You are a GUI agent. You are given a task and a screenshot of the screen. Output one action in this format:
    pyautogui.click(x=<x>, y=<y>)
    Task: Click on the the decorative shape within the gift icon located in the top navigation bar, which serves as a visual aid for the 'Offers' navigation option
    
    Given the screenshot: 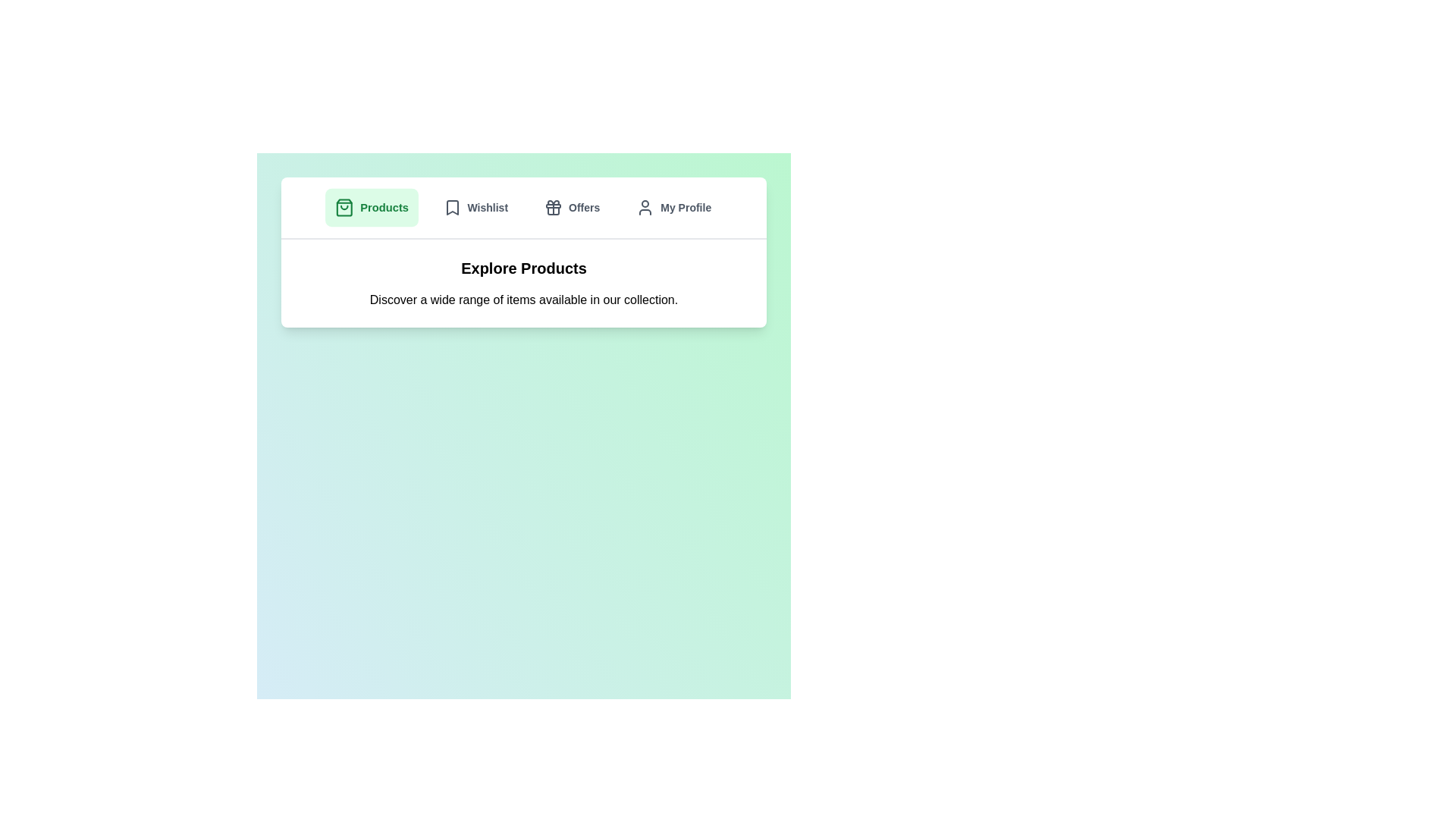 What is the action you would take?
    pyautogui.click(x=552, y=206)
    